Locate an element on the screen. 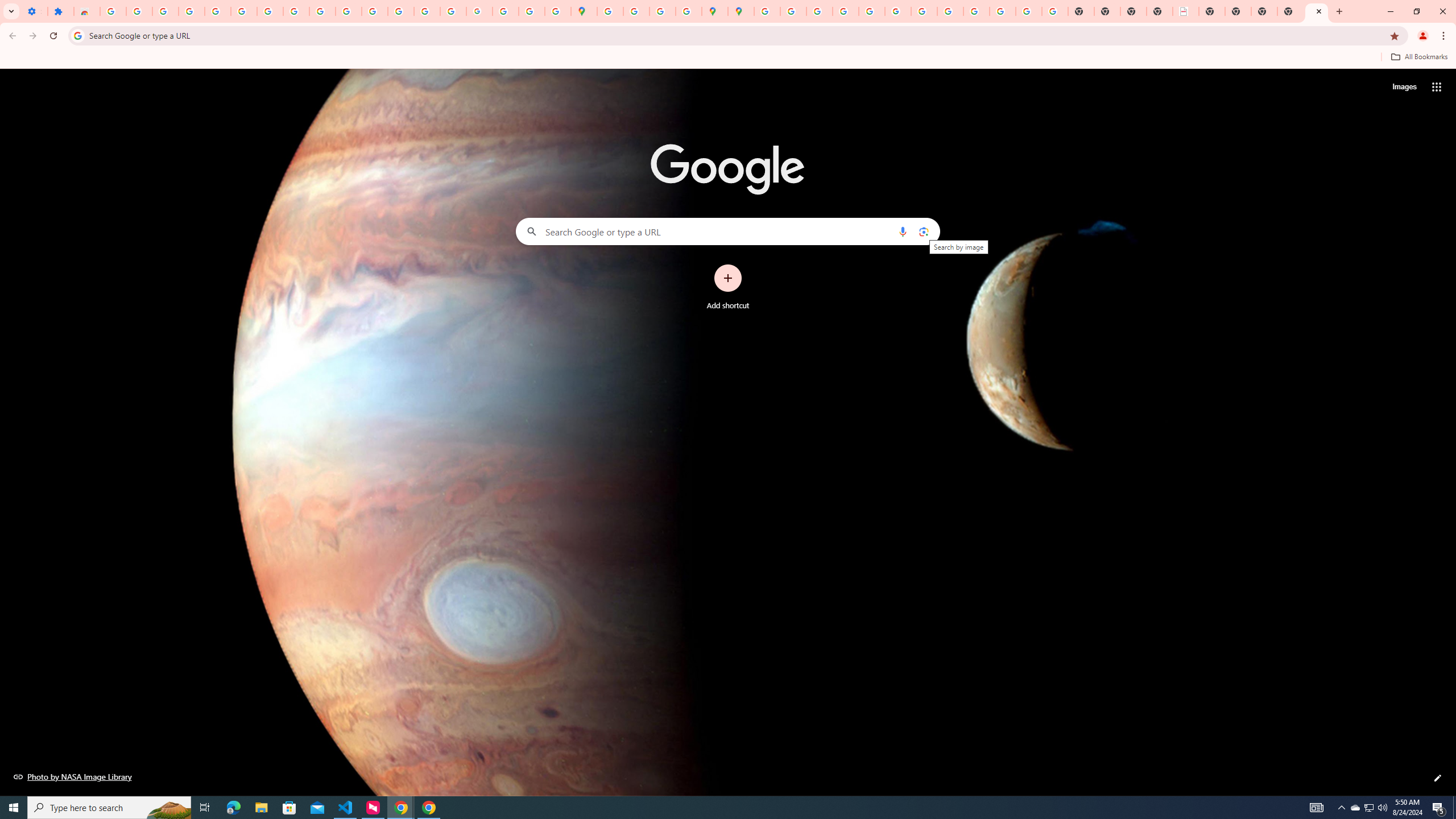 Image resolution: width=1456 pixels, height=819 pixels. 'Customize this page' is located at coordinates (1437, 777).